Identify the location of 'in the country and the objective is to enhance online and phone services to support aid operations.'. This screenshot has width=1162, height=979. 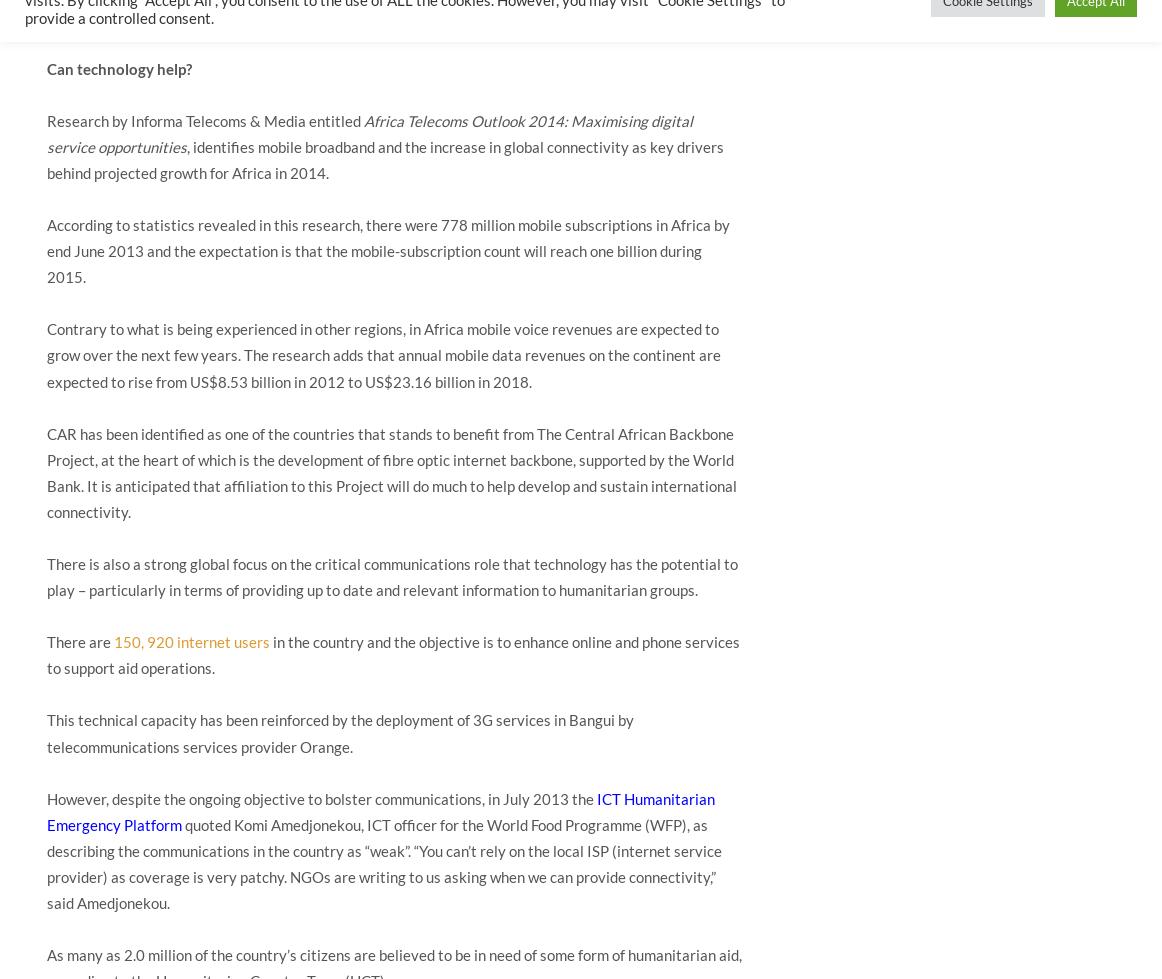
(392, 654).